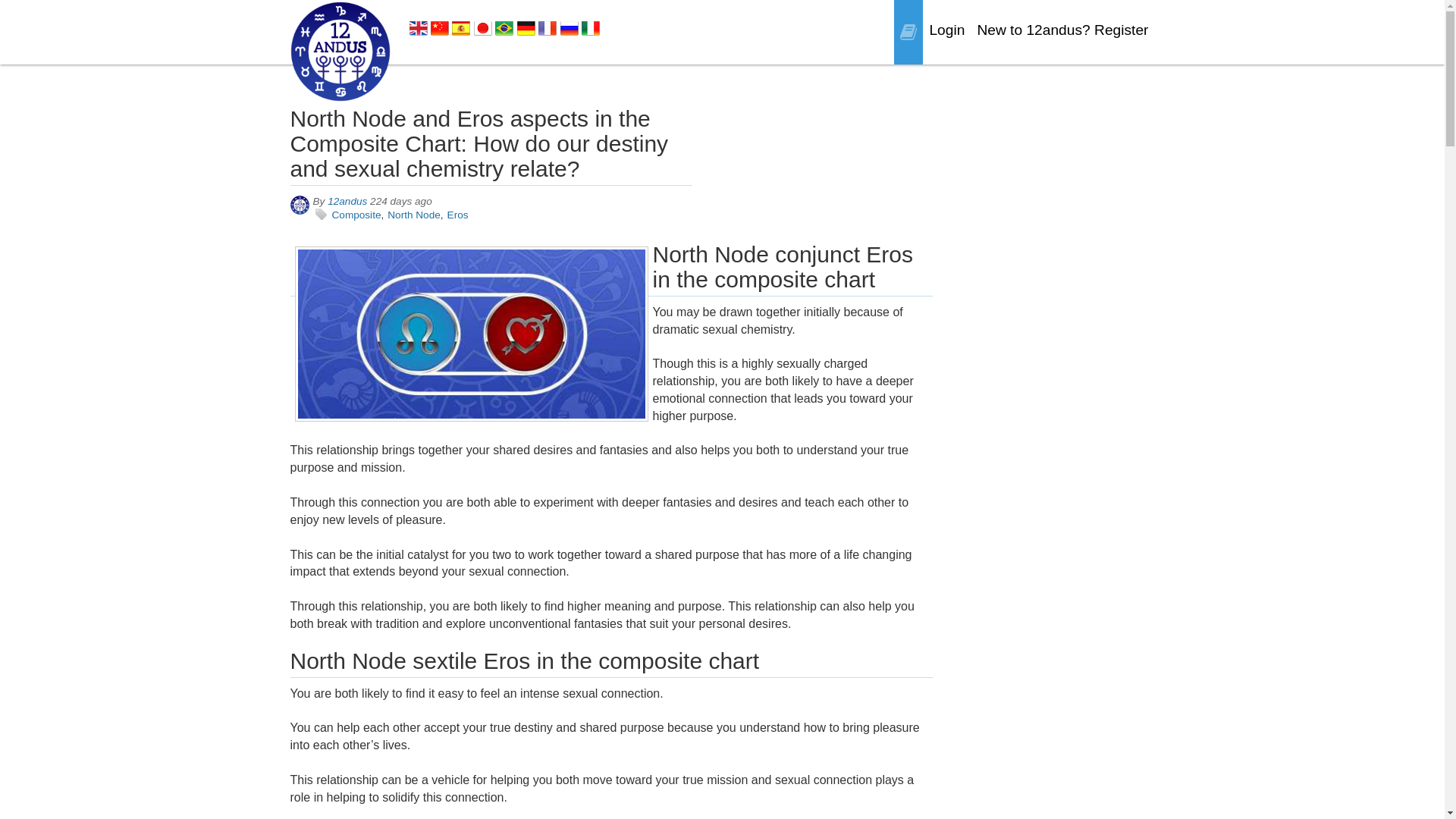  I want to click on 'Login', so click(946, 30).